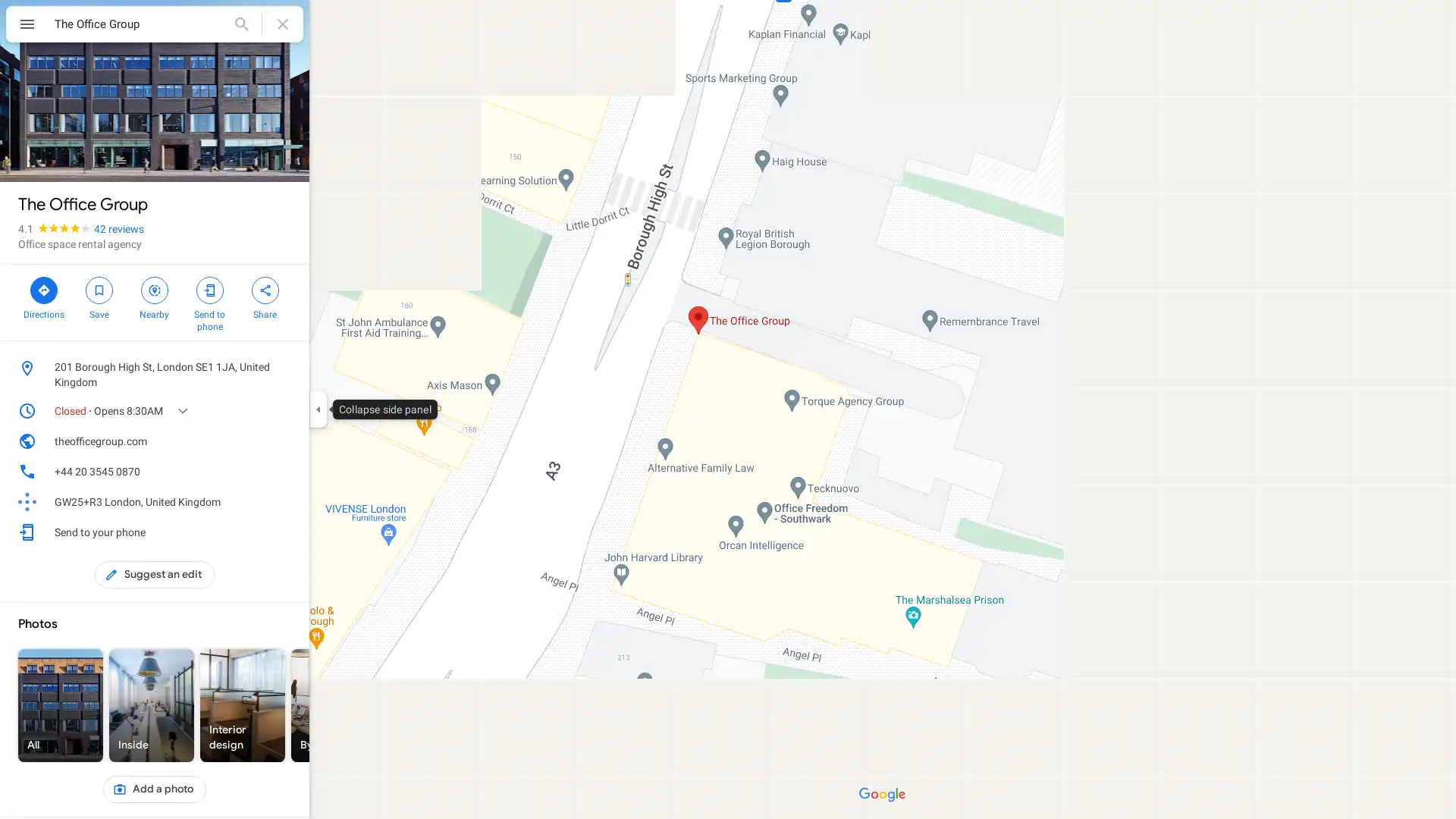 The image size is (1456, 819). Describe the element at coordinates (333, 705) in the screenshot. I see `By owner` at that location.